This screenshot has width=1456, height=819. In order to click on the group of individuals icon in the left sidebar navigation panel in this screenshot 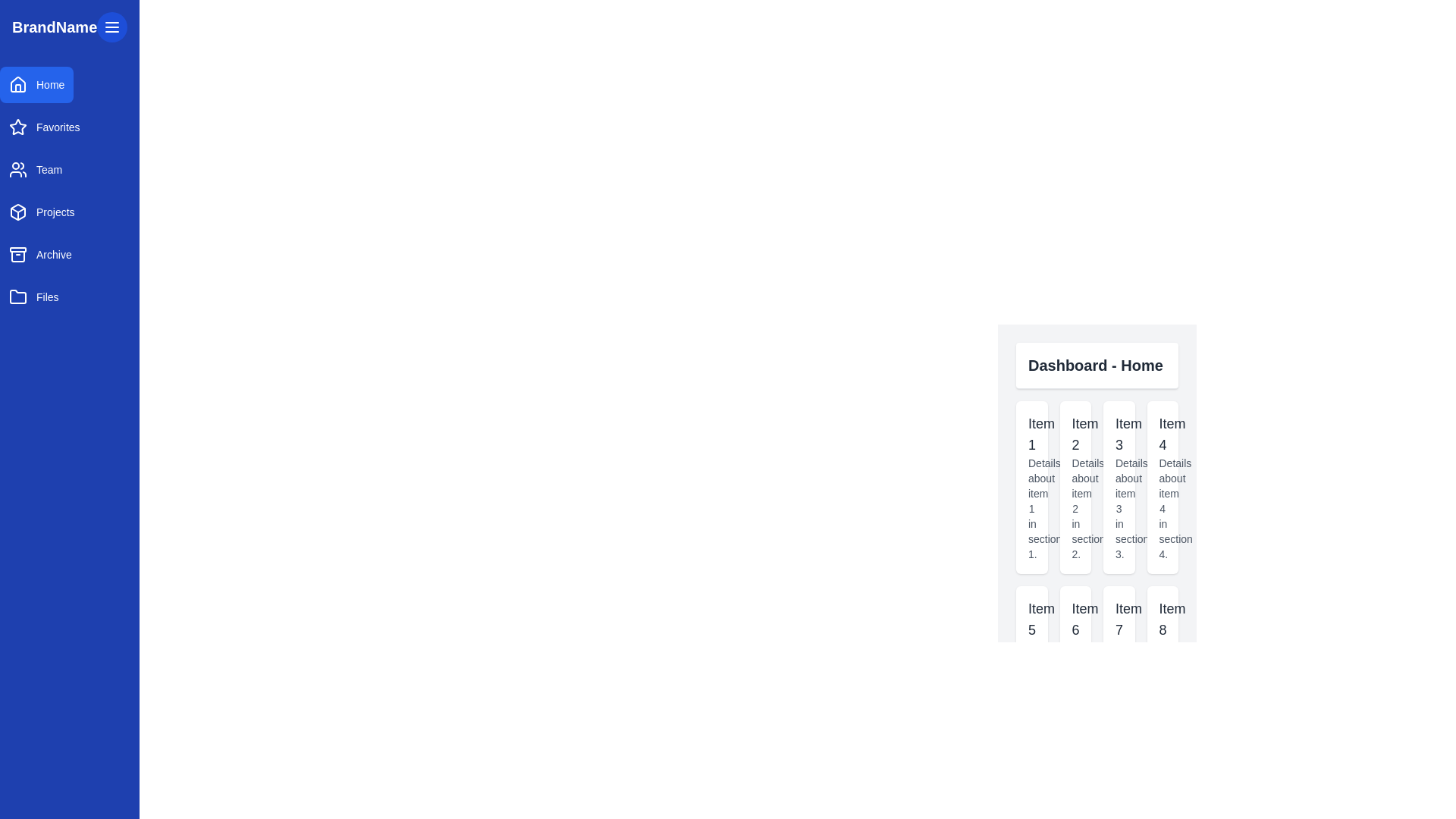, I will do `click(18, 169)`.